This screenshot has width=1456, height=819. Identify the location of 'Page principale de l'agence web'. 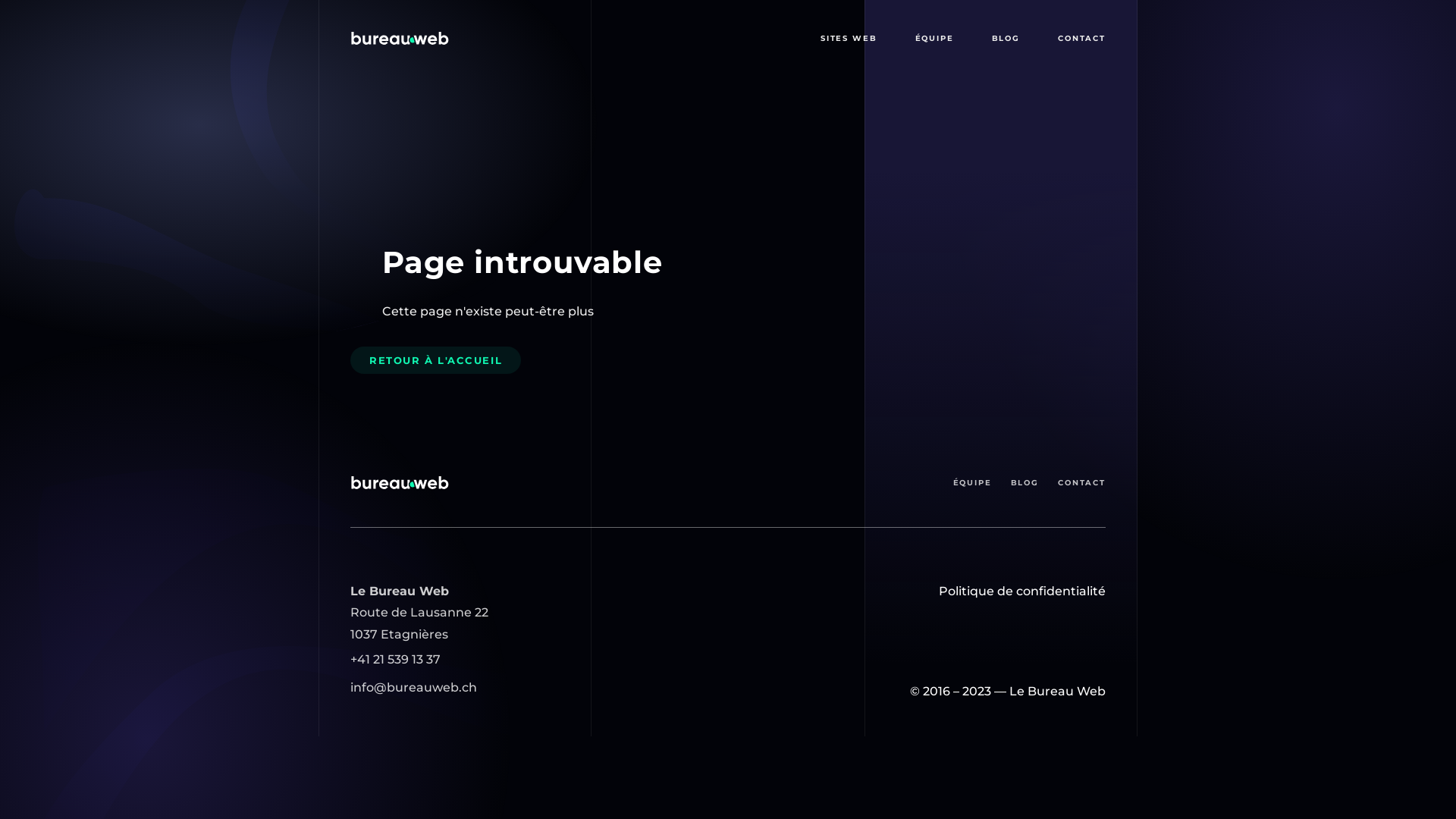
(400, 37).